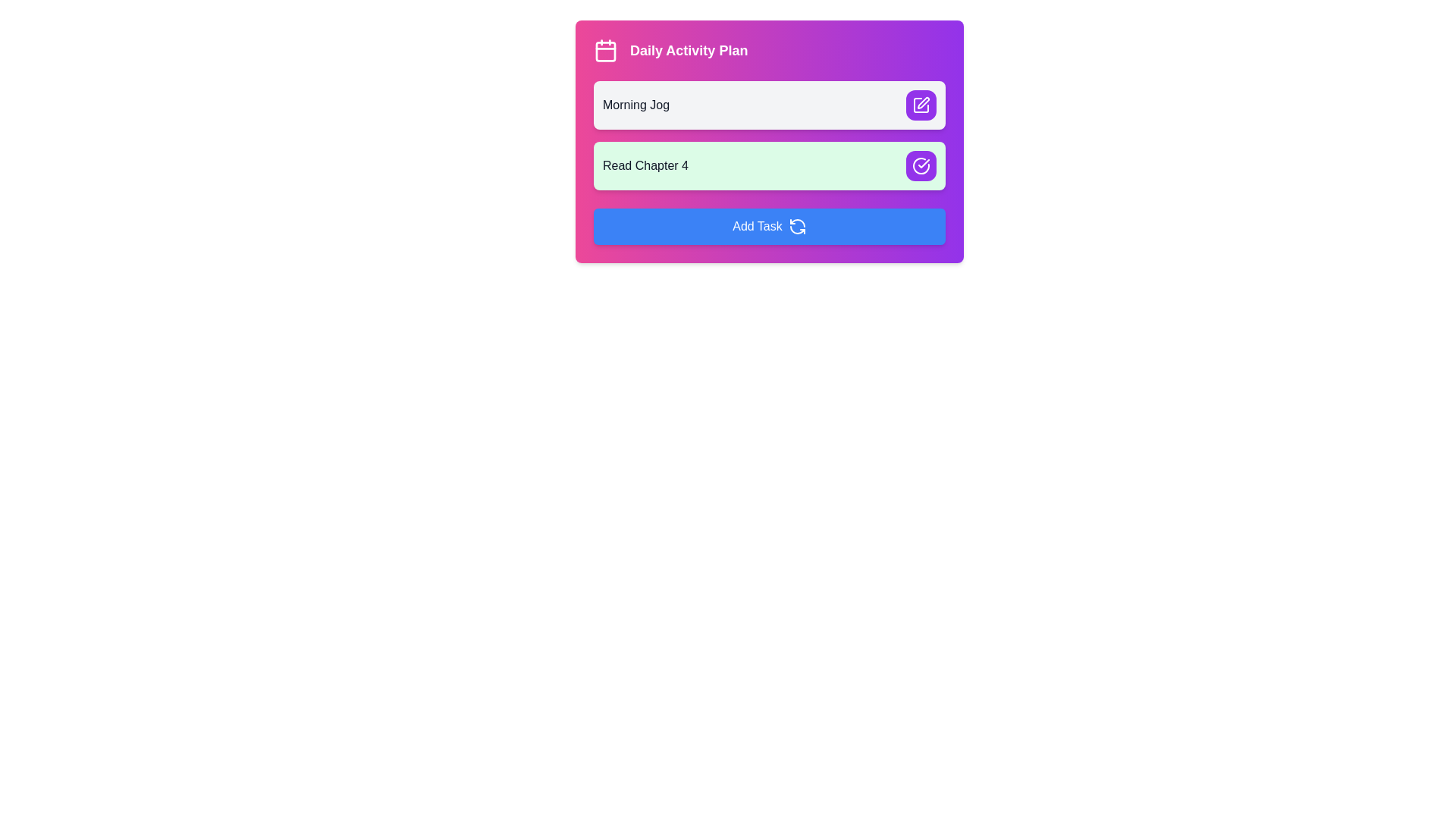  Describe the element at coordinates (920, 166) in the screenshot. I see `the purple button with a circular checkmark icon inside it, located in the lower card section labeled 'Read Chapter 4'` at that location.